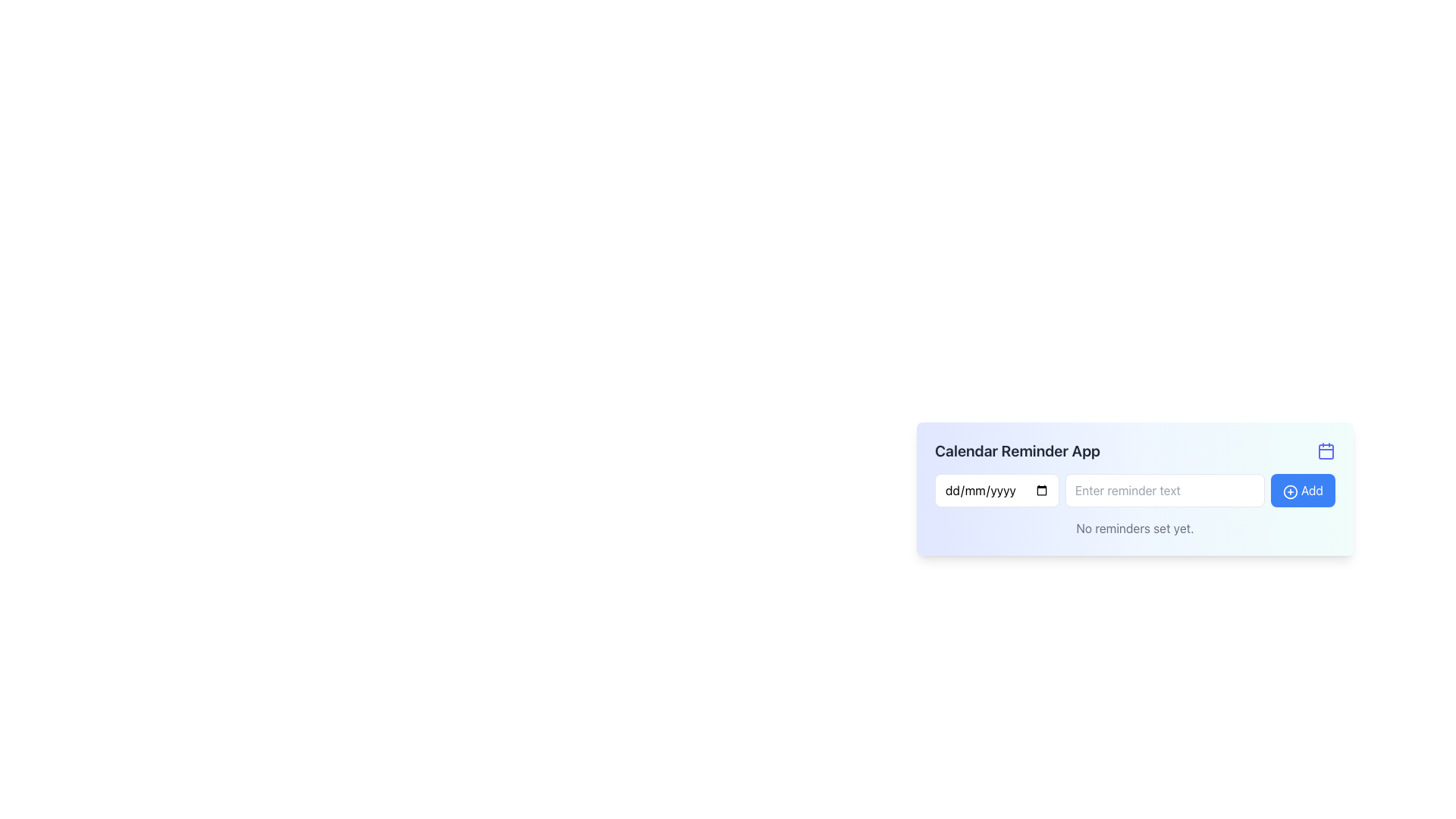  Describe the element at coordinates (1302, 491) in the screenshot. I see `the blue rounded button labeled 'Add' with a plus icon` at that location.